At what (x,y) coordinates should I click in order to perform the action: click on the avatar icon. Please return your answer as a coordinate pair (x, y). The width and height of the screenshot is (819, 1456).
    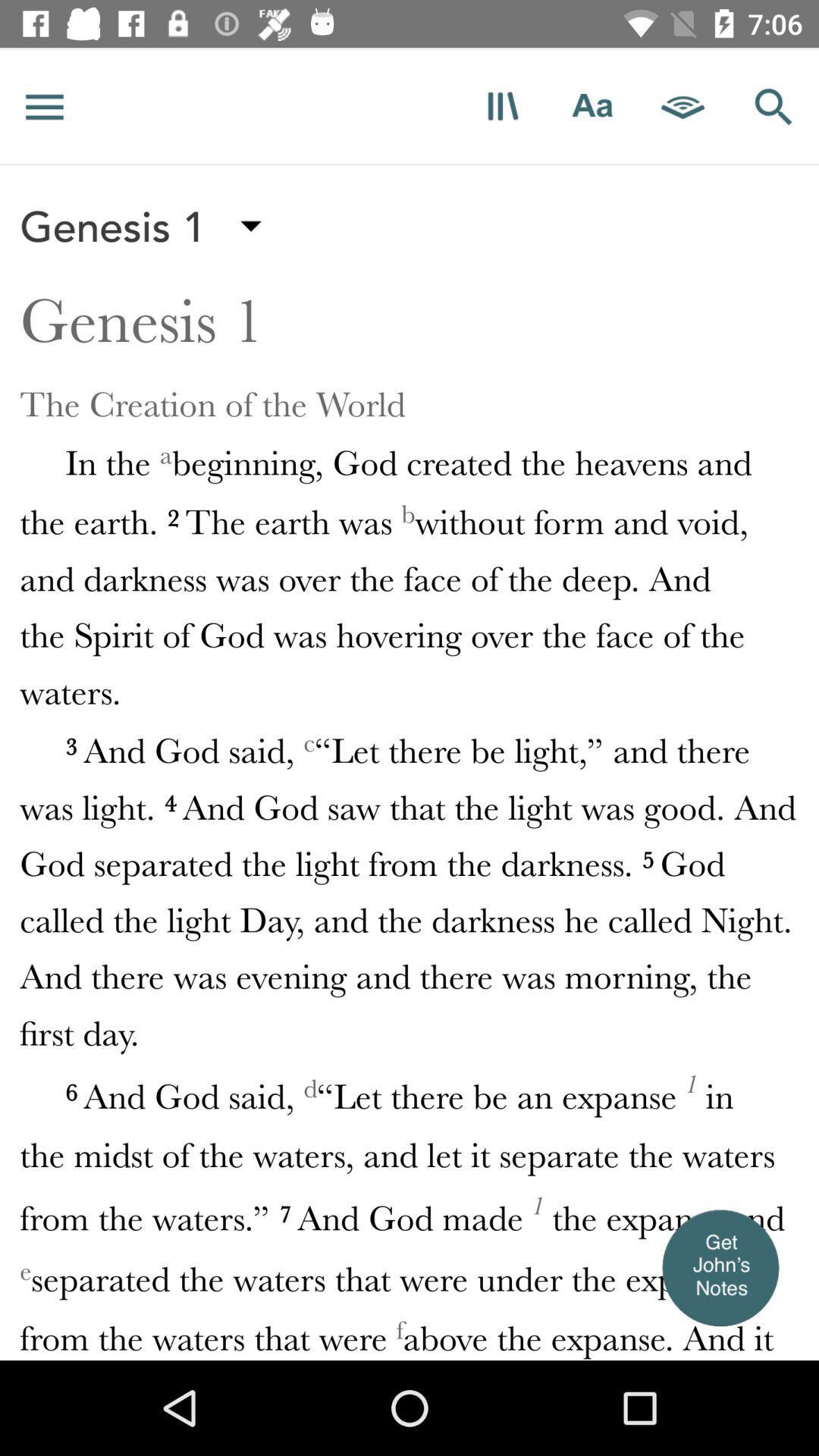
    Looking at the image, I should click on (719, 1267).